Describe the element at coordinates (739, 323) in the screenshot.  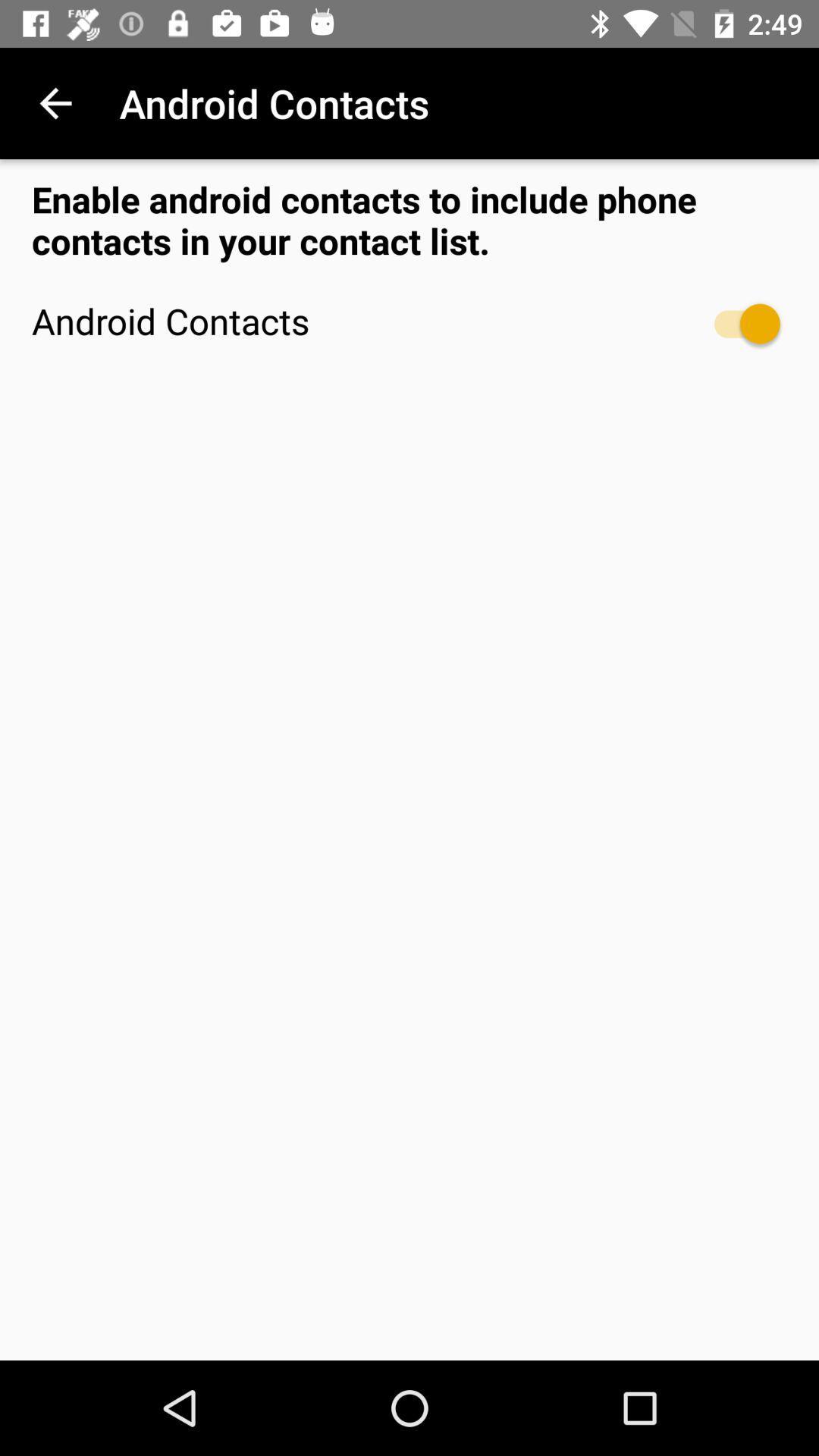
I see `icon at the top right corner` at that location.